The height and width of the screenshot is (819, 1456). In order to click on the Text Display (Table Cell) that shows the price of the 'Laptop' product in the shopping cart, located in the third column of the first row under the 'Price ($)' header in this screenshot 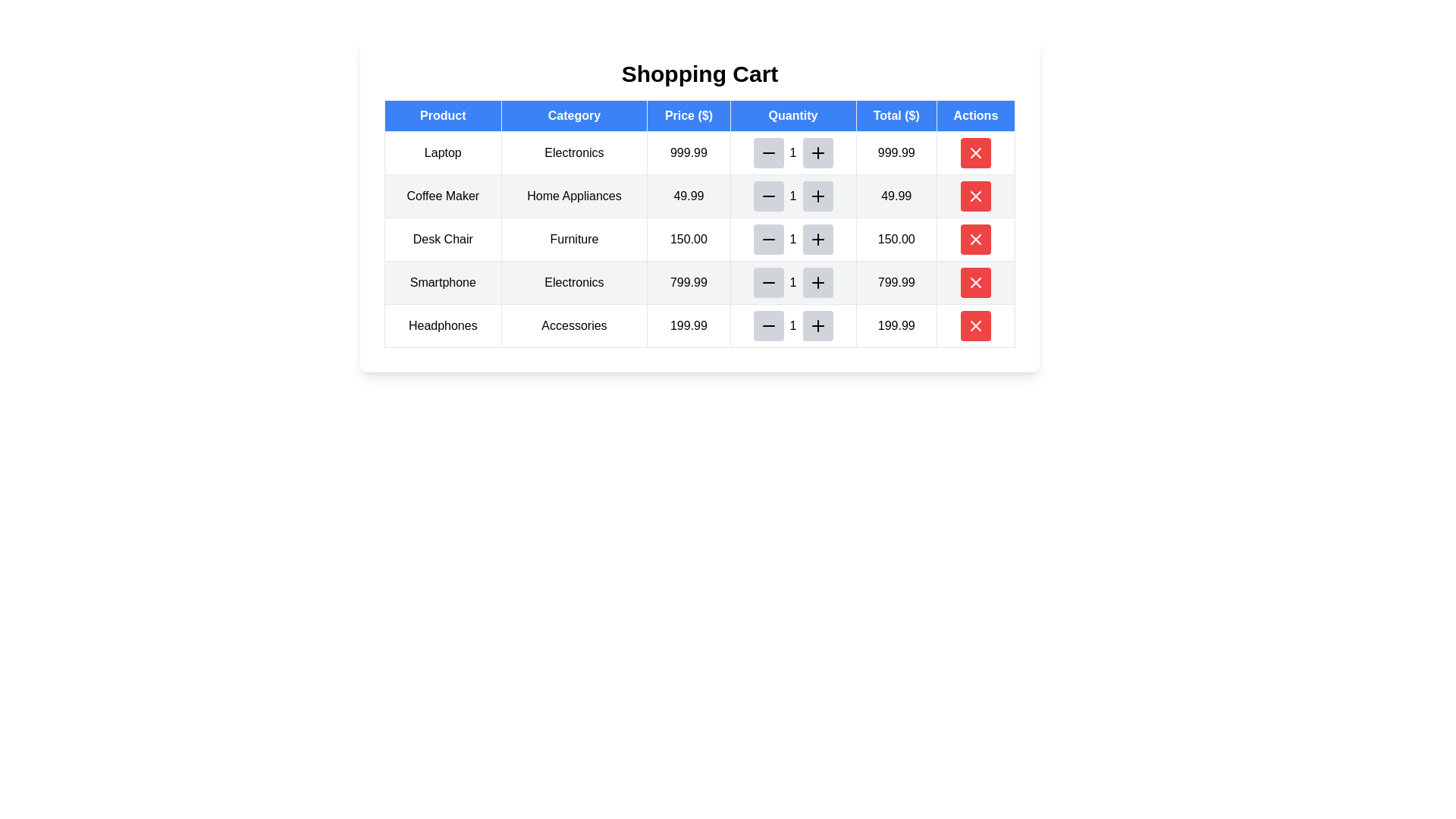, I will do `click(688, 152)`.